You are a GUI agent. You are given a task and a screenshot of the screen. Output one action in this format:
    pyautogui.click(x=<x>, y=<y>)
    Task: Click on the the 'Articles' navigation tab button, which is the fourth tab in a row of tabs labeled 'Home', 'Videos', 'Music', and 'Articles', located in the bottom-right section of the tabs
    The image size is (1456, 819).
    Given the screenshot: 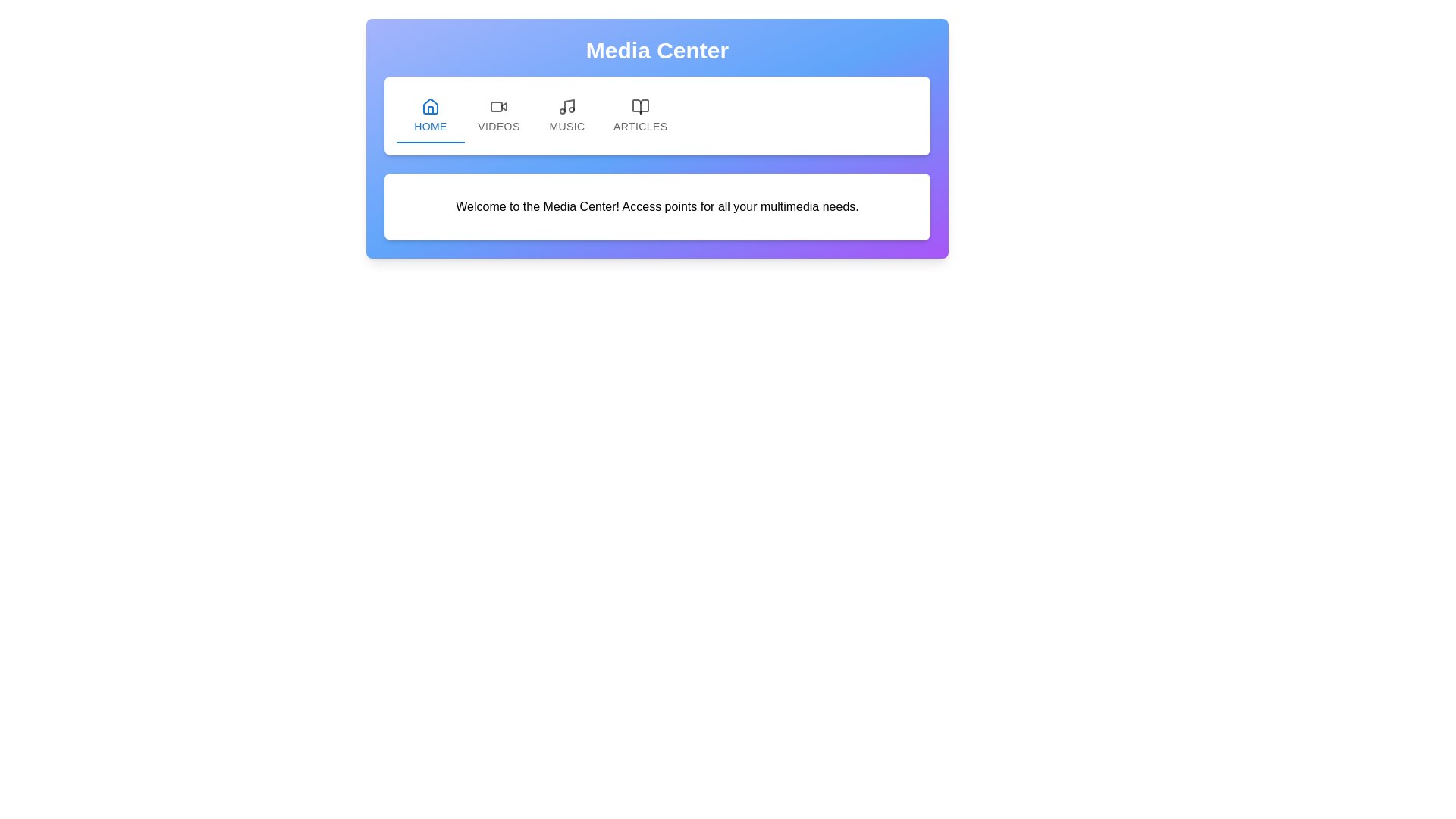 What is the action you would take?
    pyautogui.click(x=640, y=115)
    